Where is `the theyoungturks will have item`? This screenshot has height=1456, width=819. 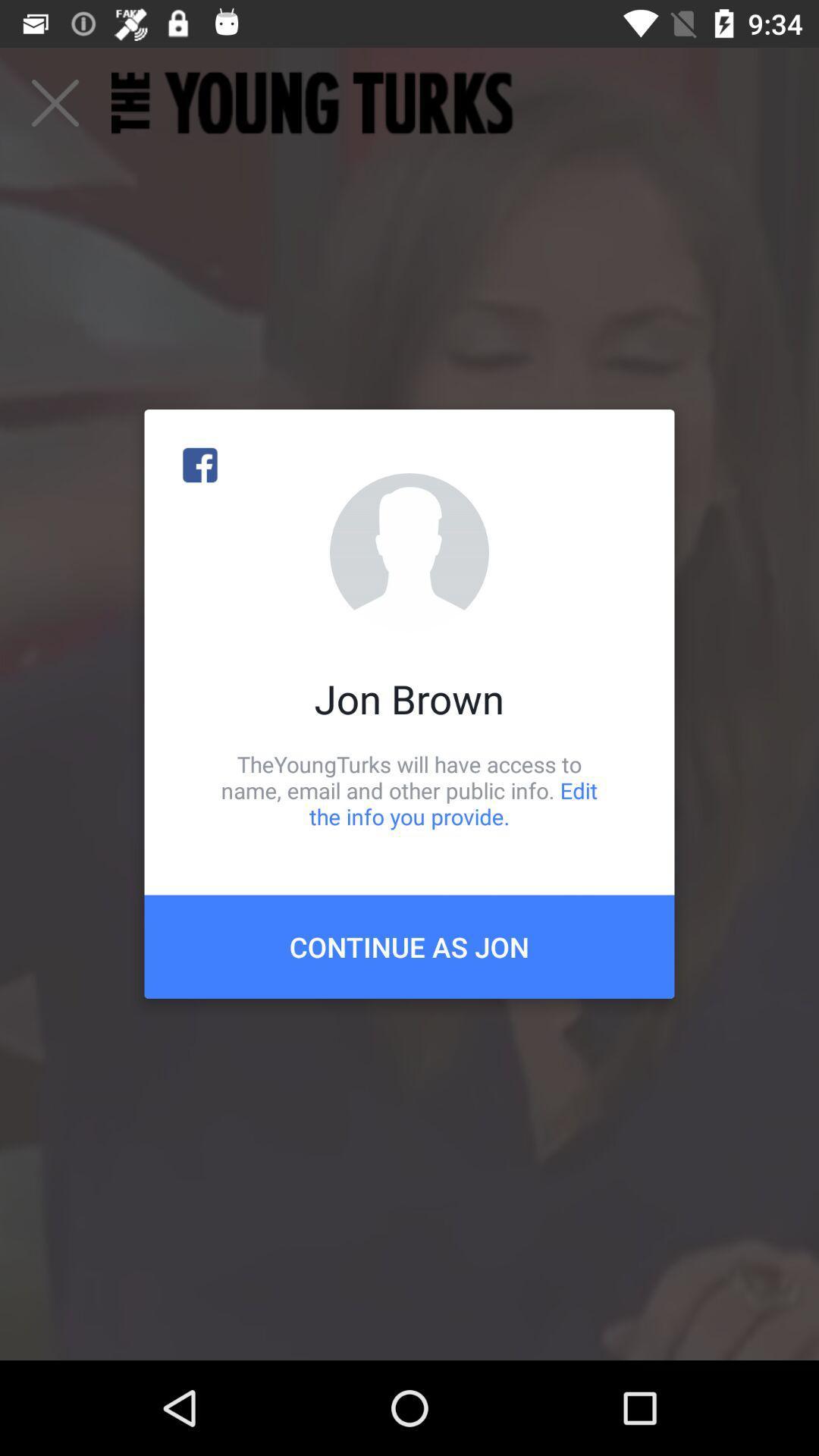 the theyoungturks will have item is located at coordinates (409, 789).